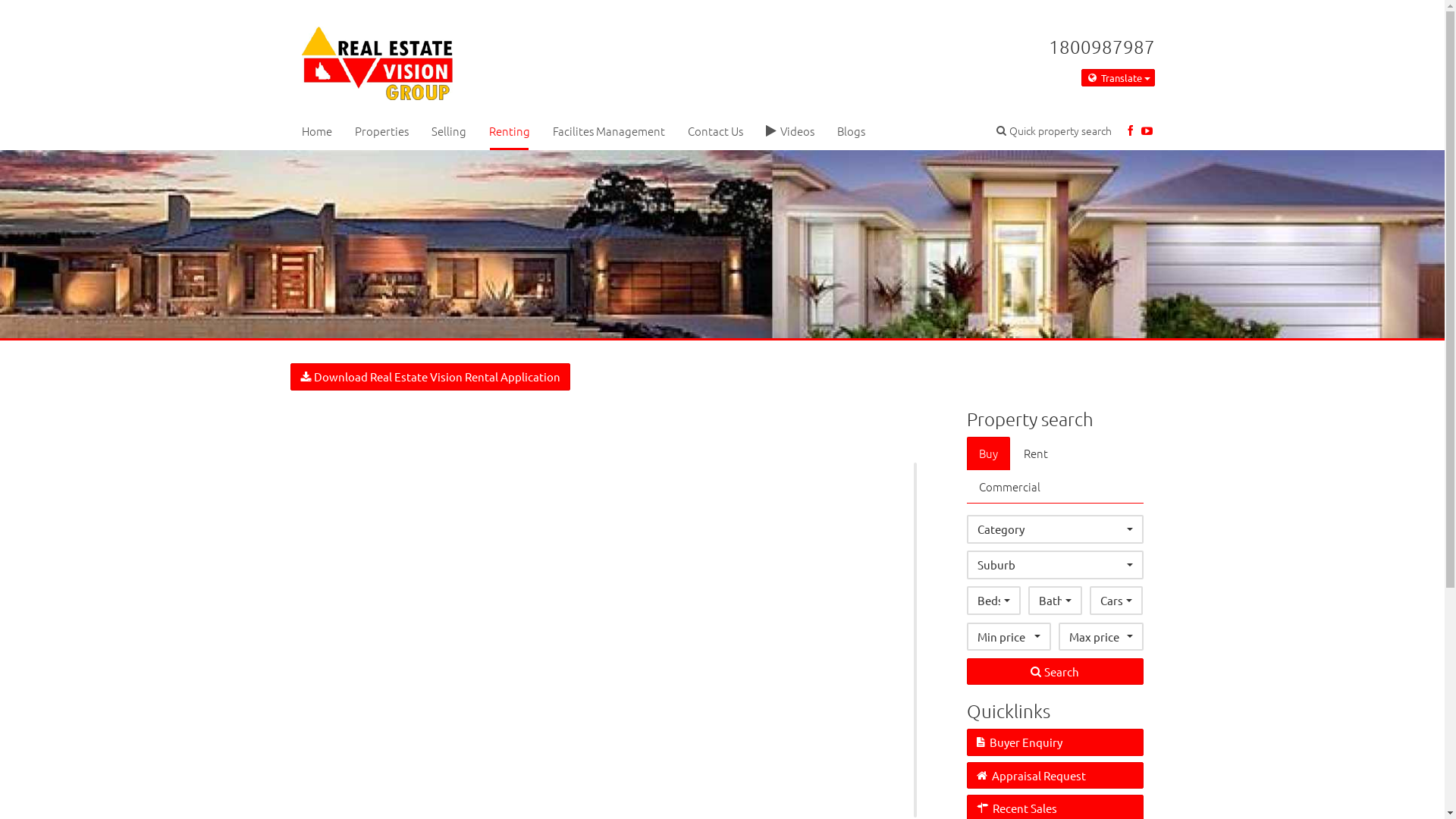 The height and width of the screenshot is (819, 1456). Describe the element at coordinates (966, 452) in the screenshot. I see `'Buy'` at that location.